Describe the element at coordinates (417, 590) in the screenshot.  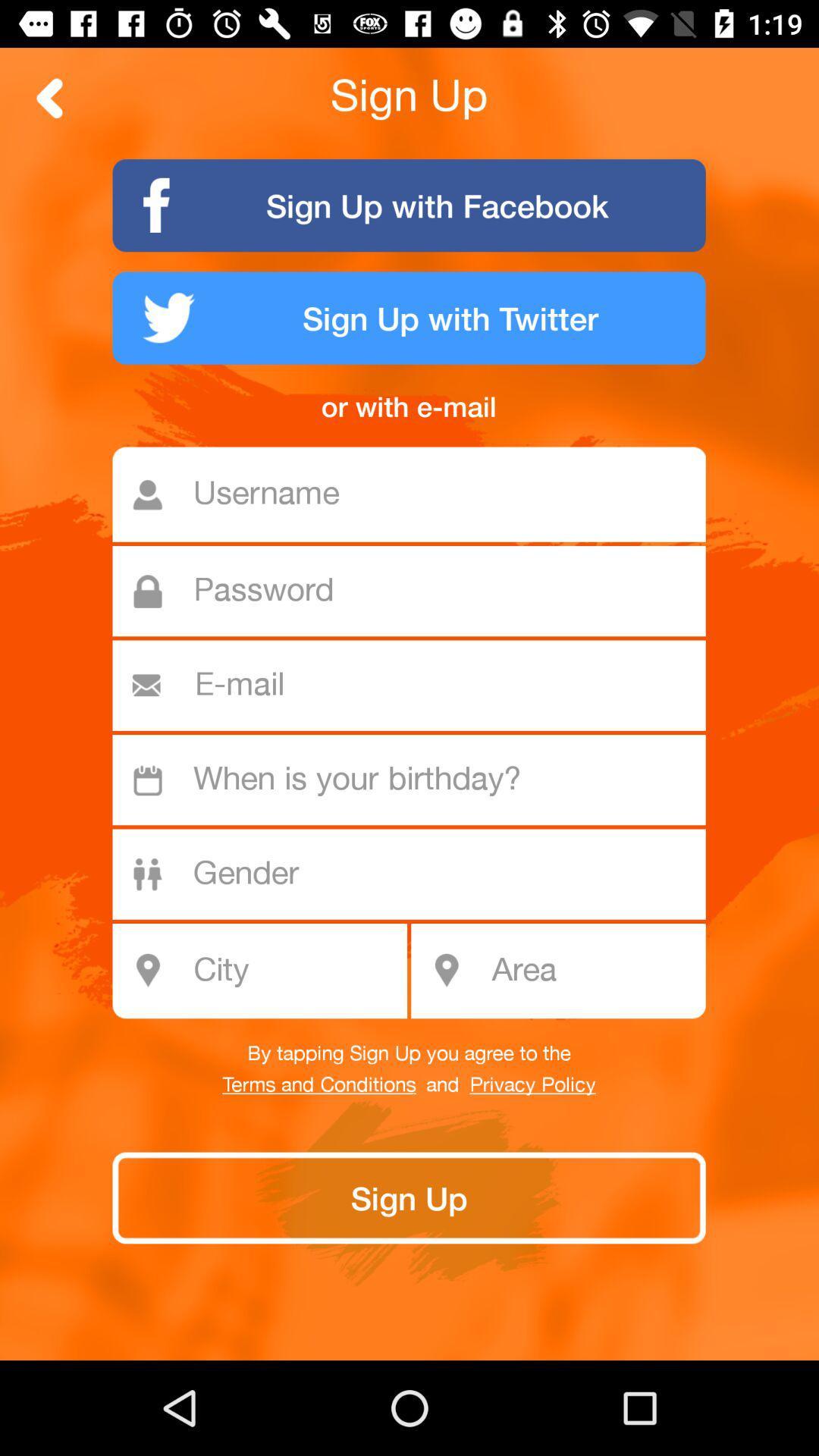
I see `your password` at that location.